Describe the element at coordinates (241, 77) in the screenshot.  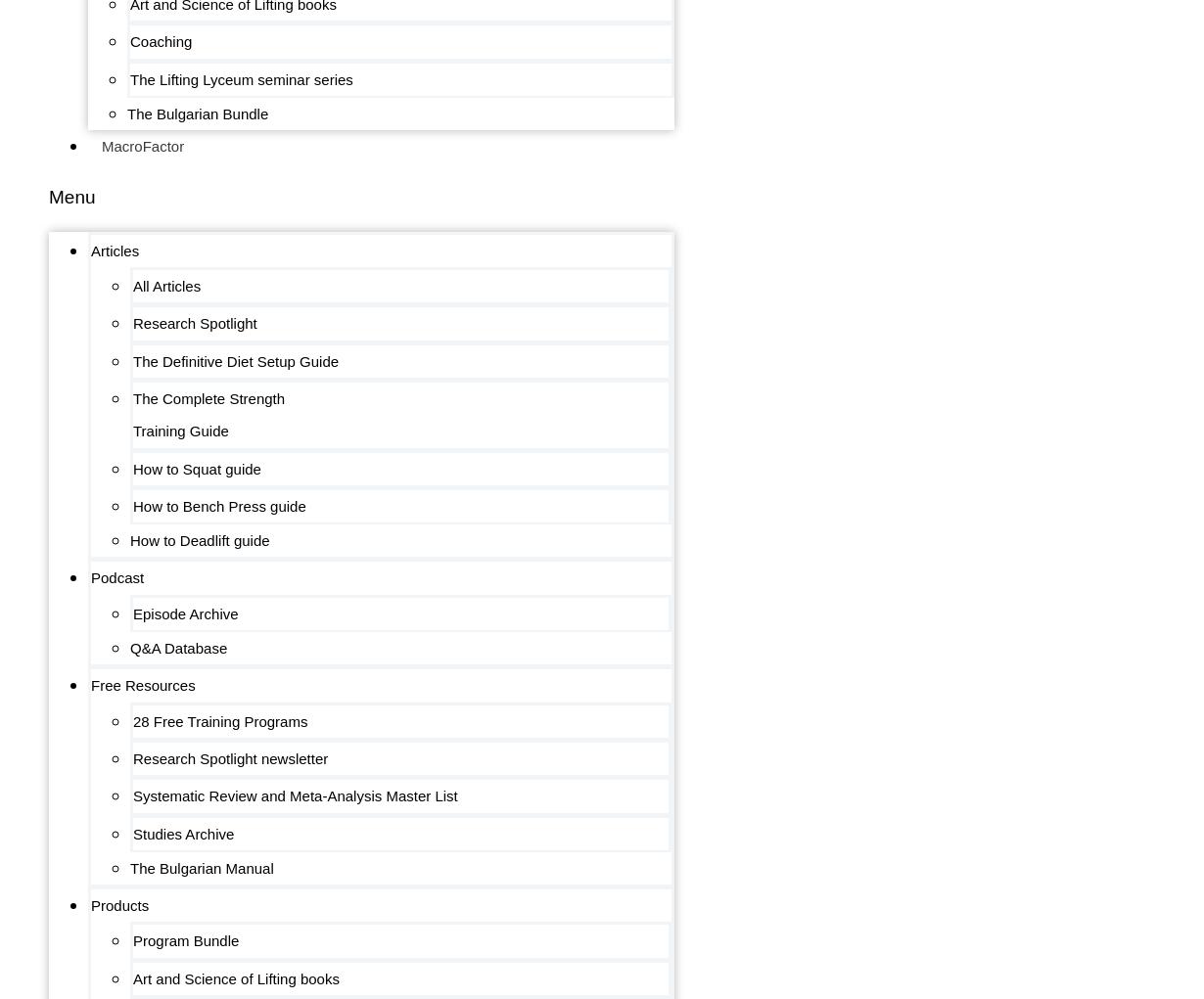
I see `'The Lifting Lyceum seminar series'` at that location.